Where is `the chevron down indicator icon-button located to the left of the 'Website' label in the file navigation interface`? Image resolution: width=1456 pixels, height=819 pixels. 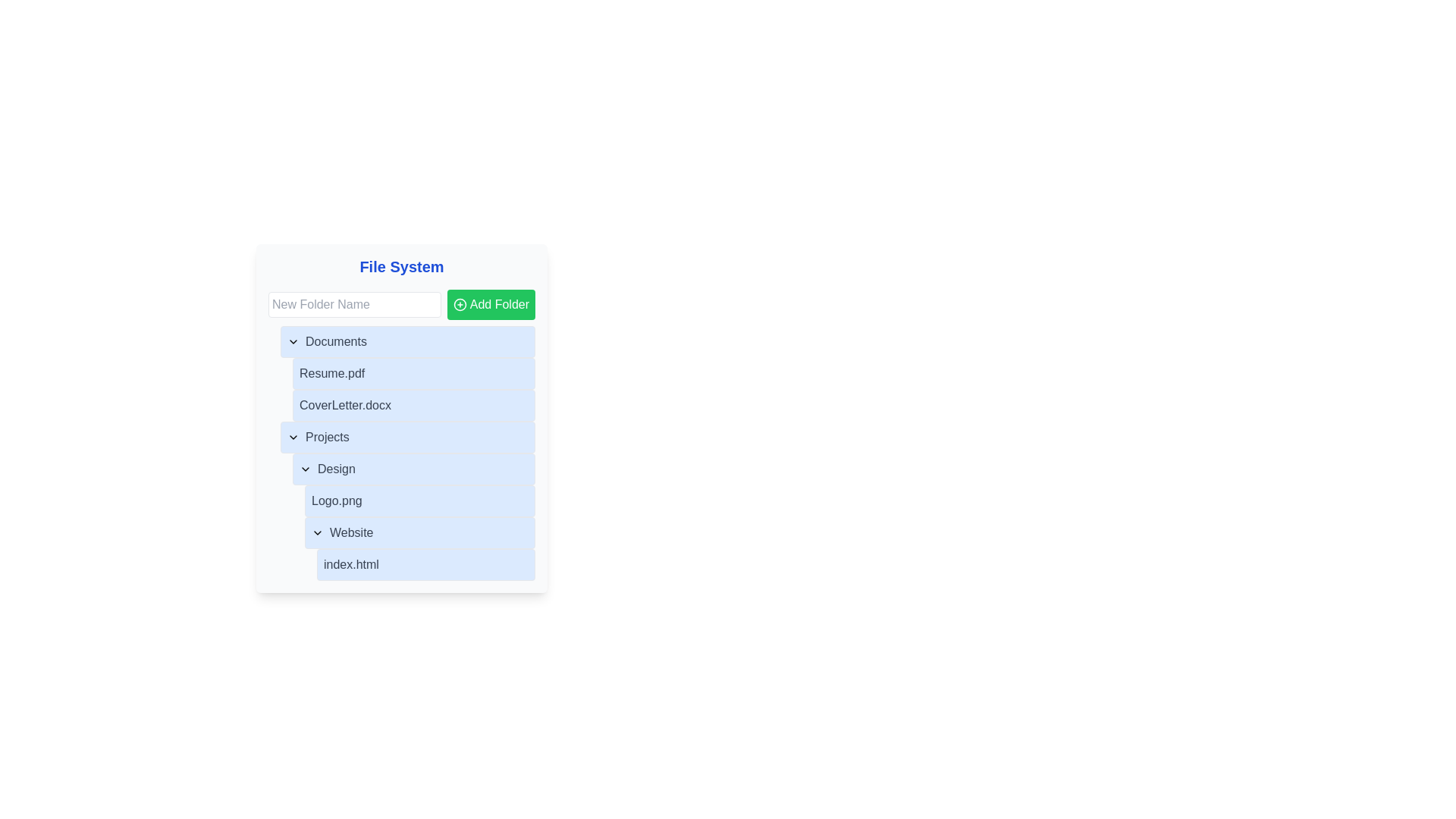 the chevron down indicator icon-button located to the left of the 'Website' label in the file navigation interface is located at coordinates (316, 532).